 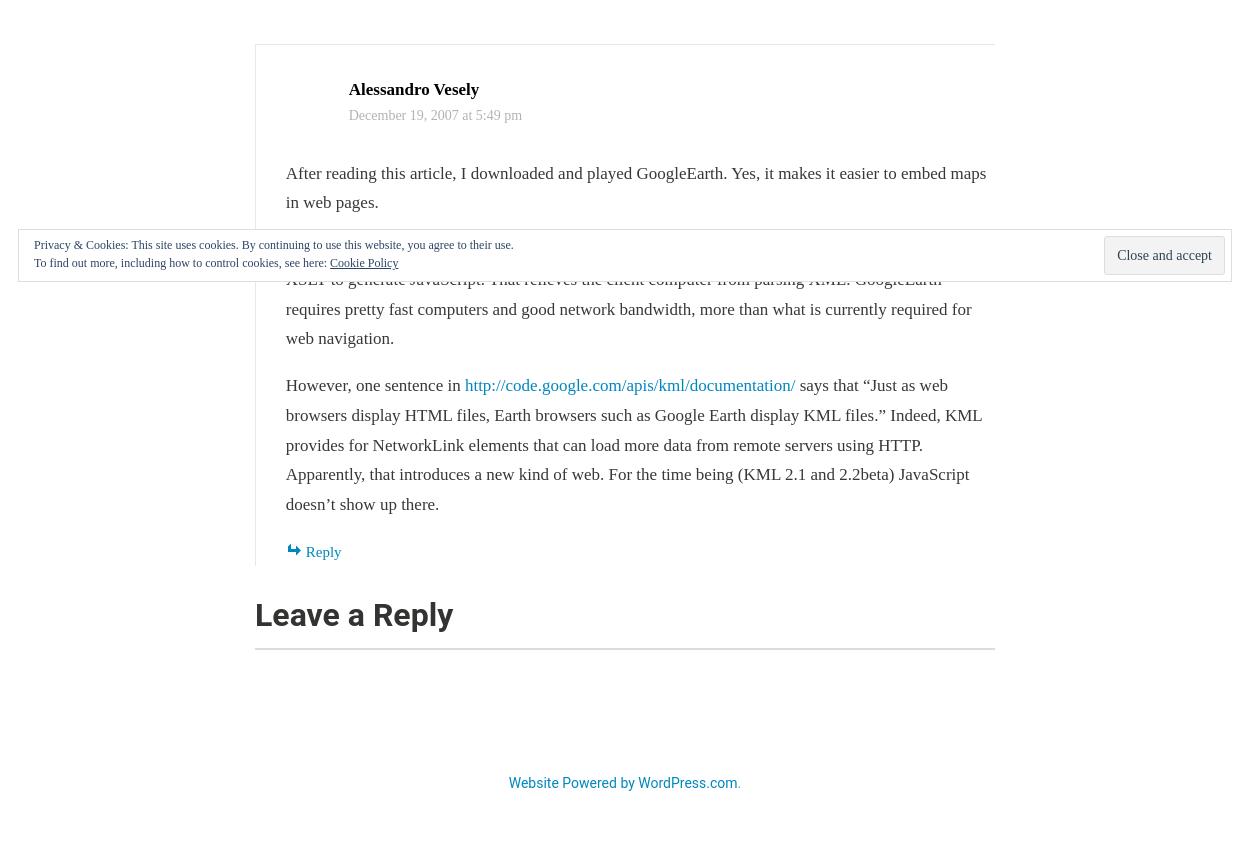 What do you see at coordinates (363, 261) in the screenshot?
I see `'Cookie Policy'` at bounding box center [363, 261].